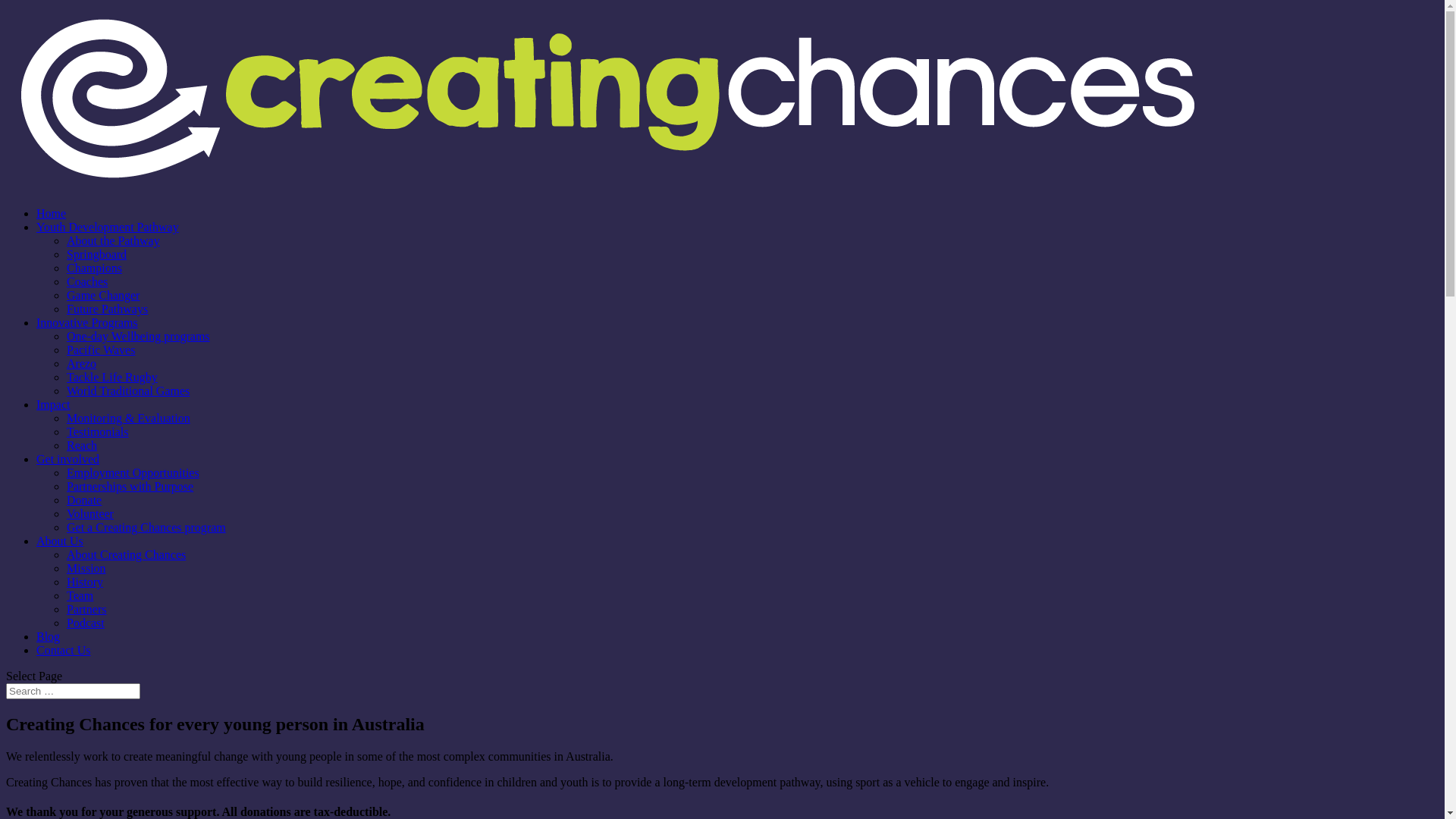 This screenshot has height=819, width=1456. Describe the element at coordinates (100, 350) in the screenshot. I see `'Pacific Waves'` at that location.